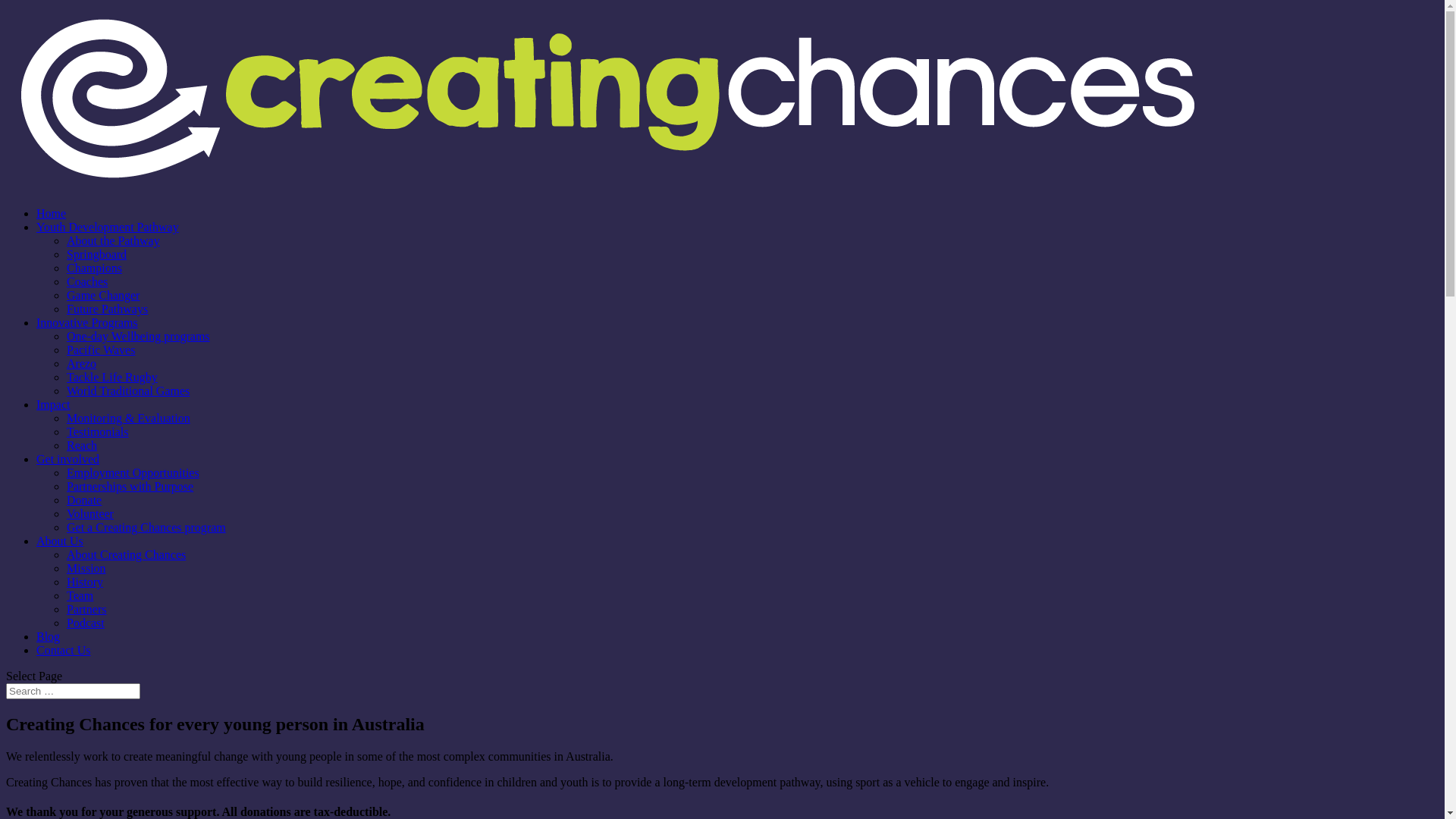 This screenshot has height=819, width=1456. Describe the element at coordinates (100, 350) in the screenshot. I see `'Pacific Waves'` at that location.